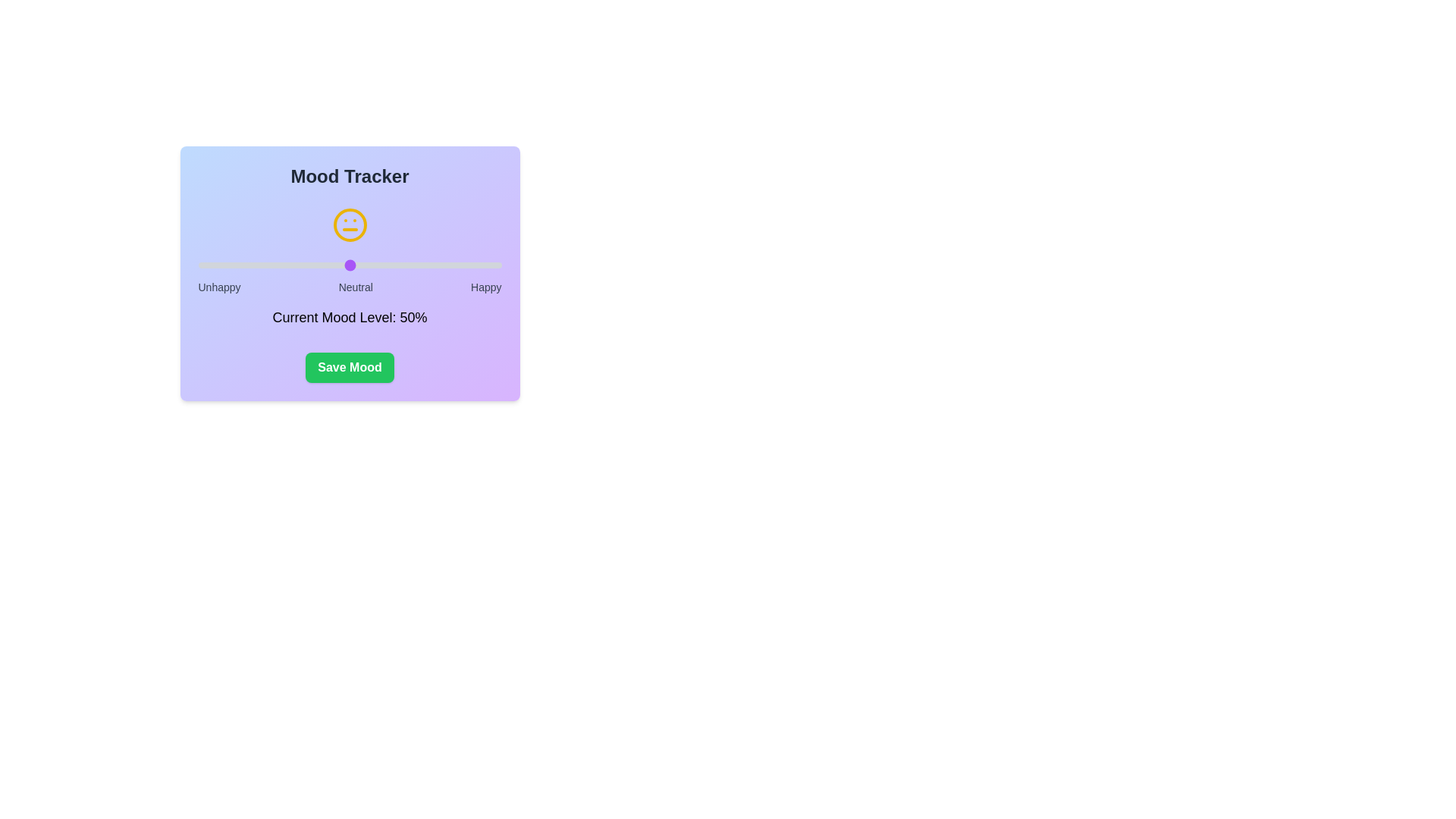 The width and height of the screenshot is (1456, 819). Describe the element at coordinates (492, 265) in the screenshot. I see `the mood level to 97% using the slider` at that location.